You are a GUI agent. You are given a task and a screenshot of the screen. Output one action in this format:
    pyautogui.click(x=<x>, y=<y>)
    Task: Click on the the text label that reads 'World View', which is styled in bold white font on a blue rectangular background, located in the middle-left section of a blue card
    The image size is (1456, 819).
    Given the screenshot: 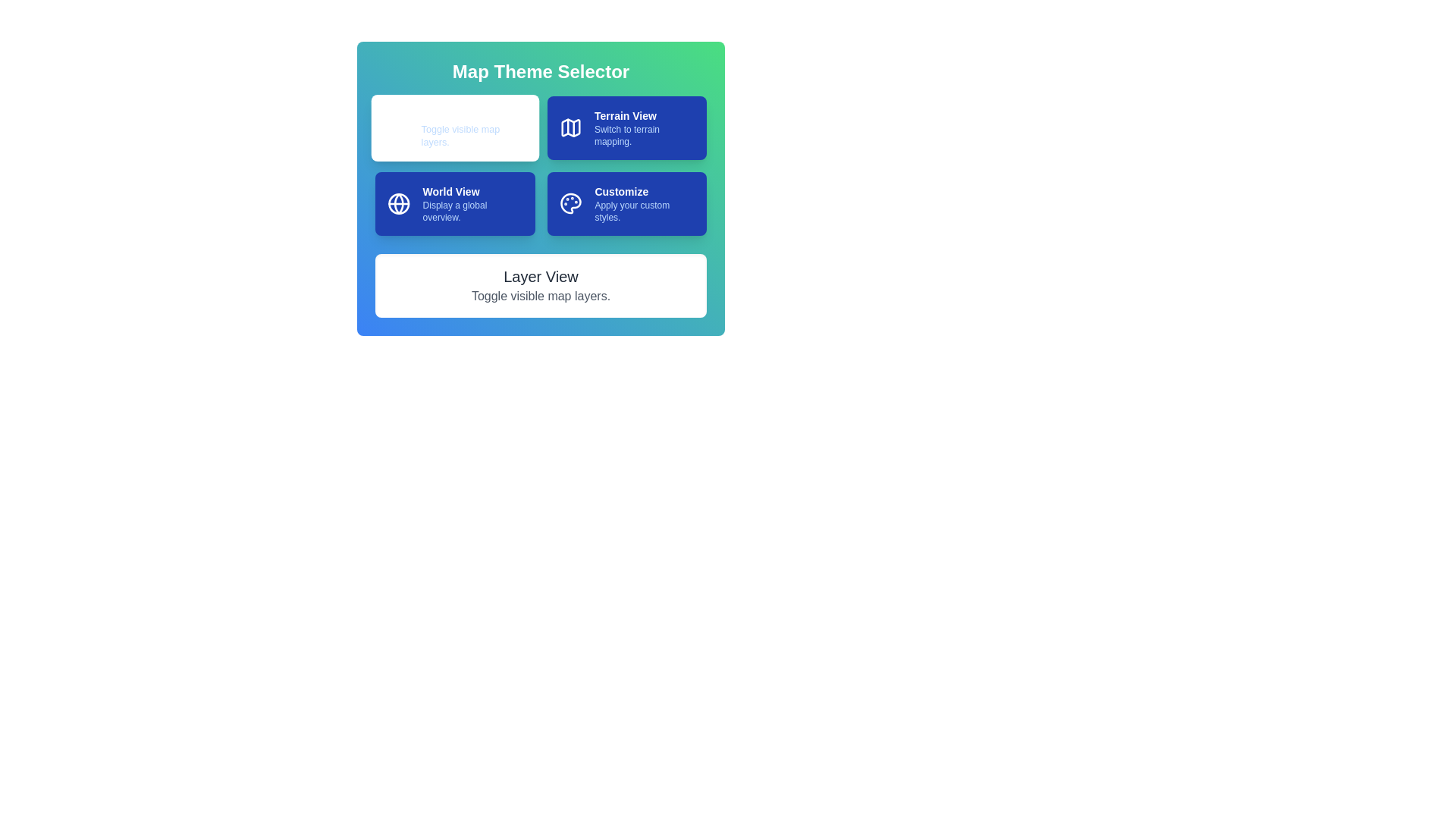 What is the action you would take?
    pyautogui.click(x=472, y=191)
    